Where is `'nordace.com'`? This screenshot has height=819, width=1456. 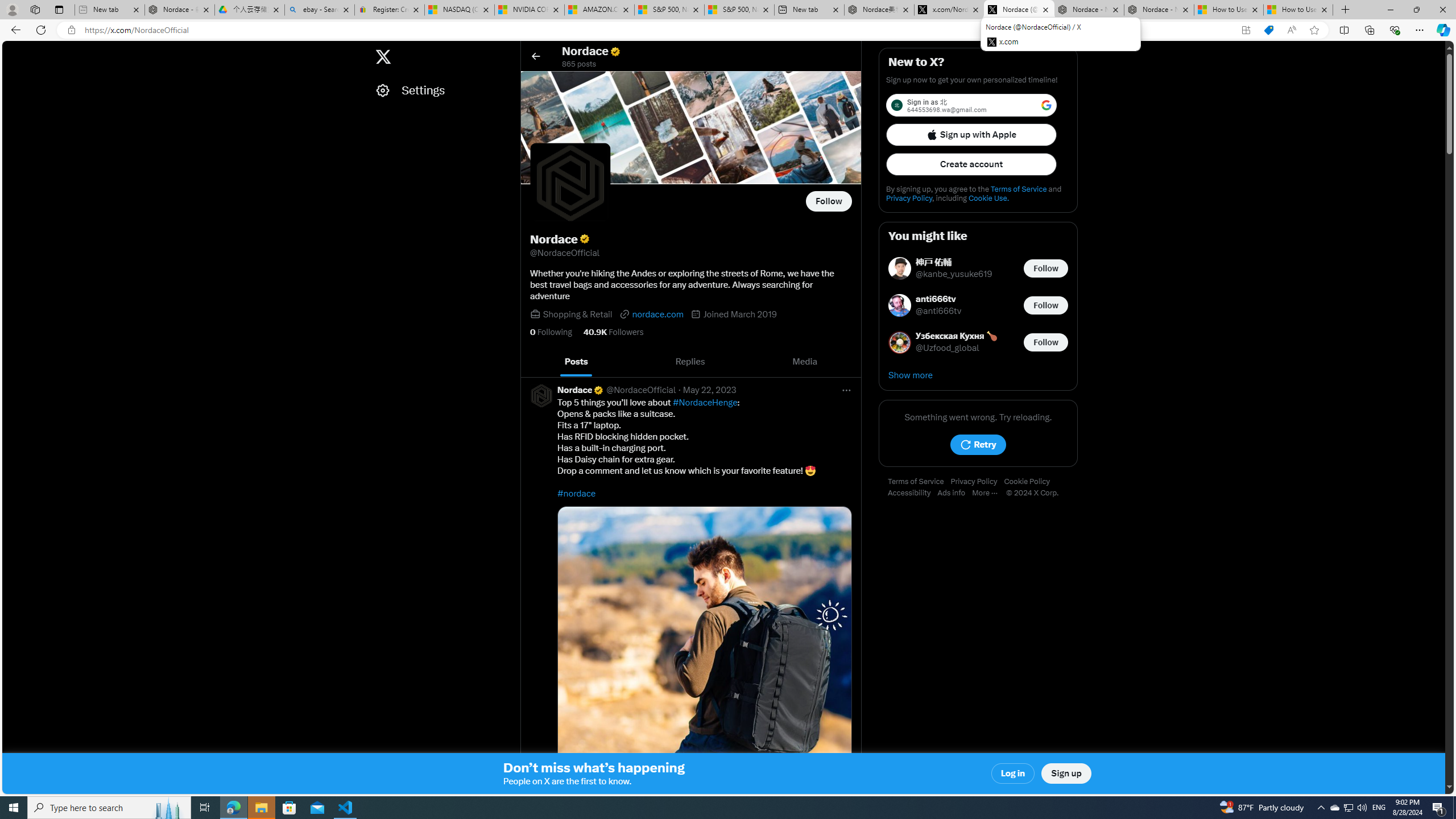
'nordace.com' is located at coordinates (651, 313).